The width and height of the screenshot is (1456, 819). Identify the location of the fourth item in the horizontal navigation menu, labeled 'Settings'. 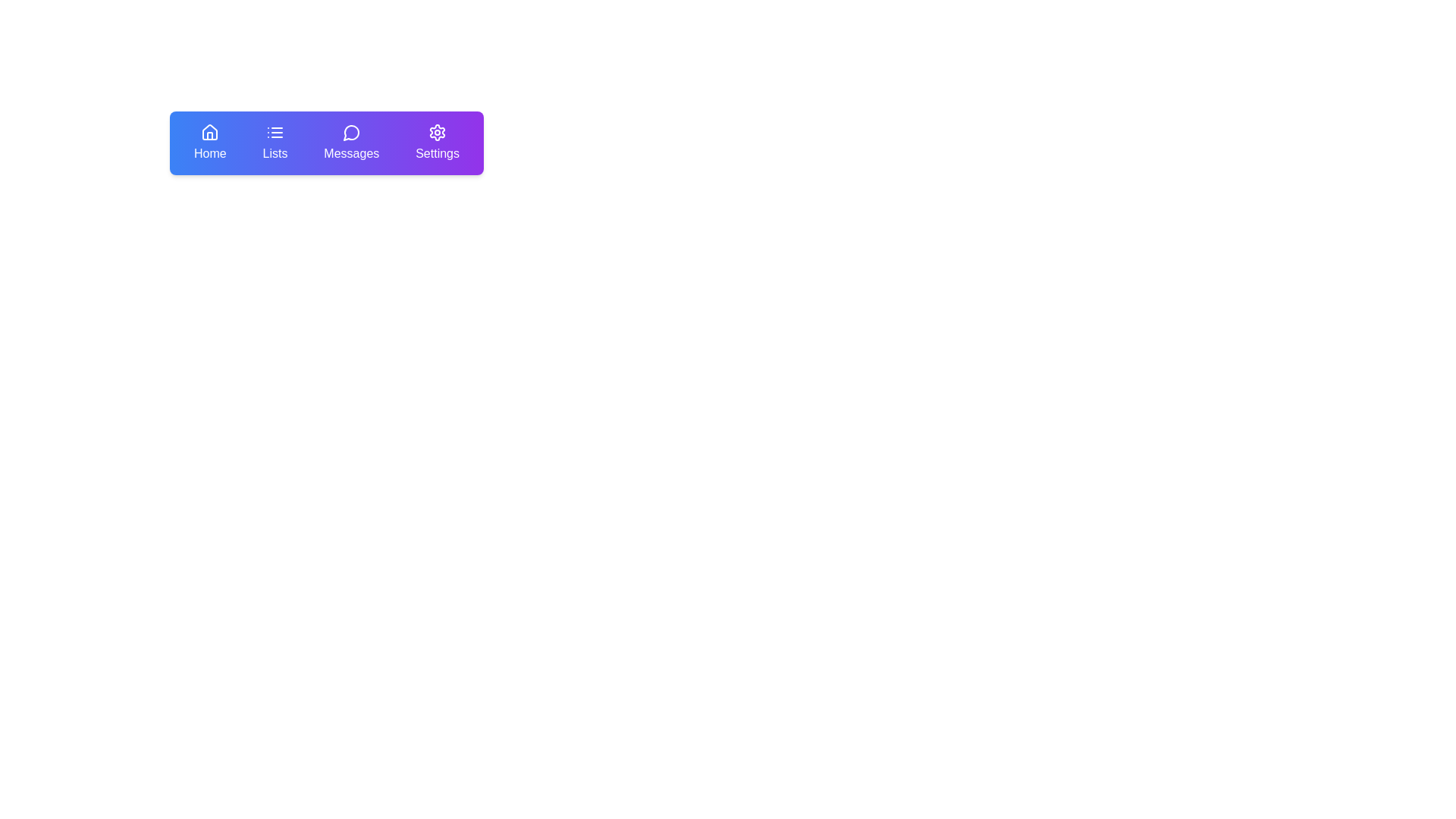
(437, 143).